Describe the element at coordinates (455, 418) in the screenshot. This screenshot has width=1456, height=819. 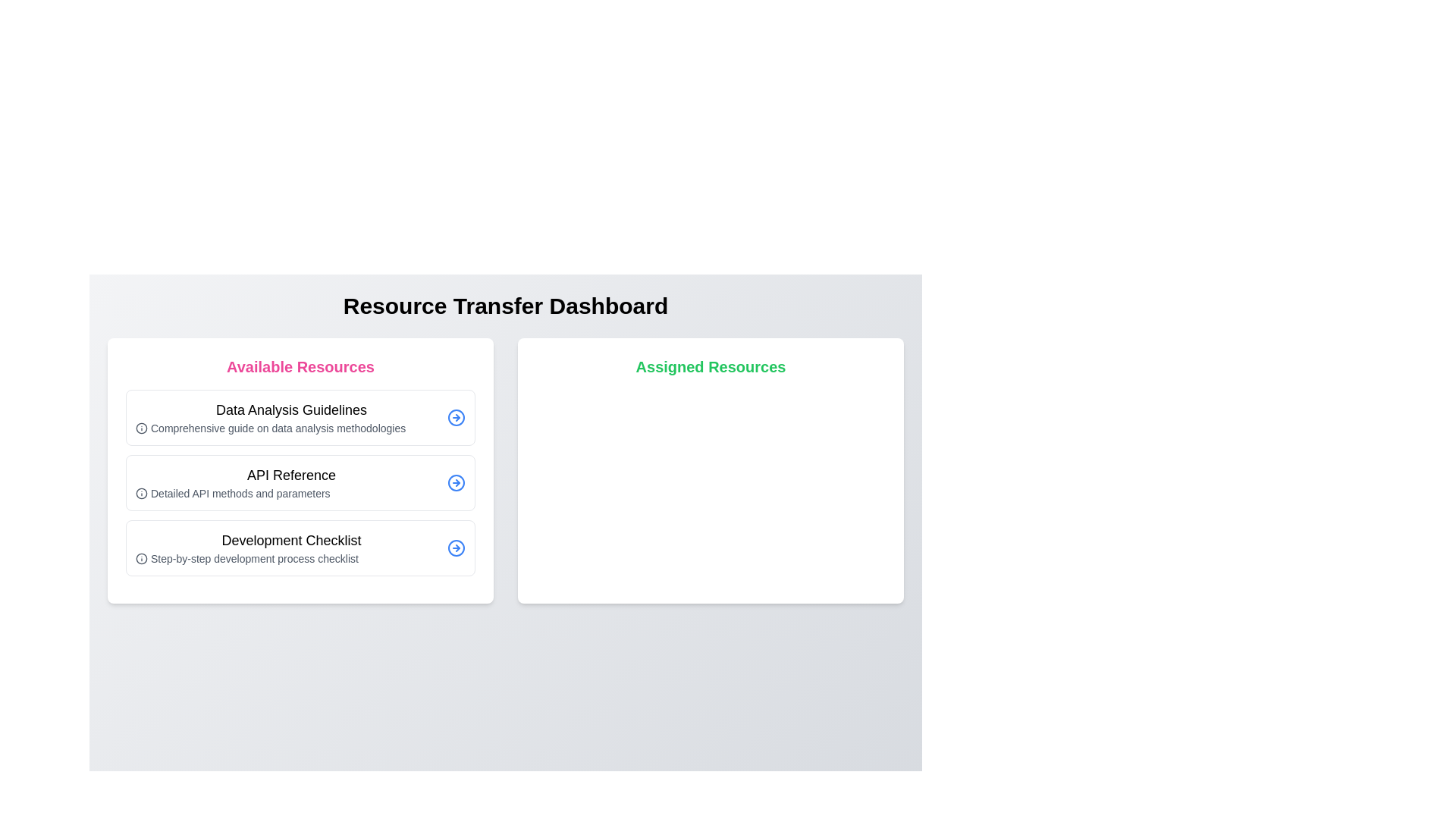
I see `the circle component of the arrow icon located to the right of the 'Data Analysis Guidelines' resource entry in the 'Available Resources' column` at that location.